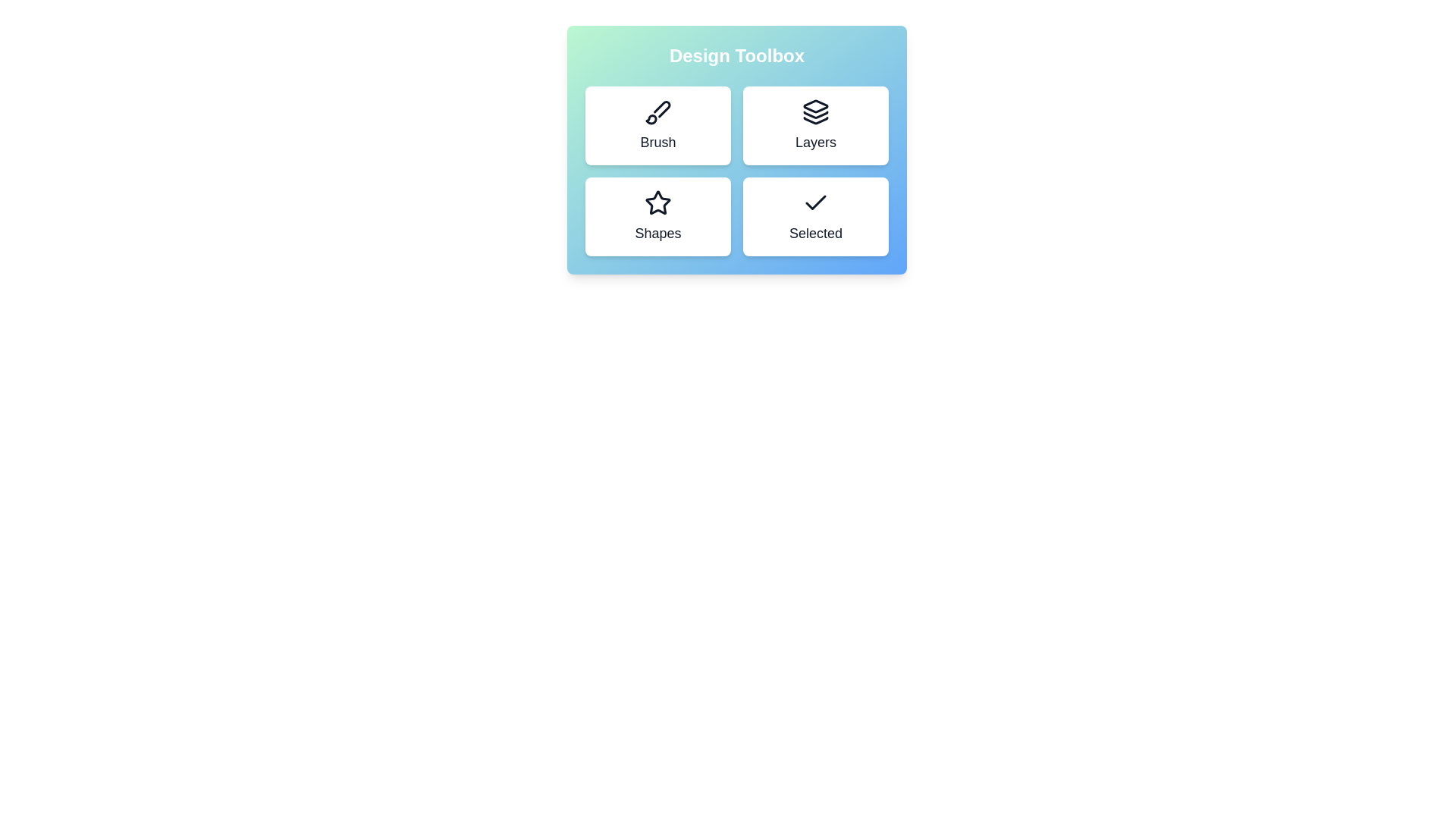  Describe the element at coordinates (658, 216) in the screenshot. I see `the tool Shapes to observe hover effects` at that location.